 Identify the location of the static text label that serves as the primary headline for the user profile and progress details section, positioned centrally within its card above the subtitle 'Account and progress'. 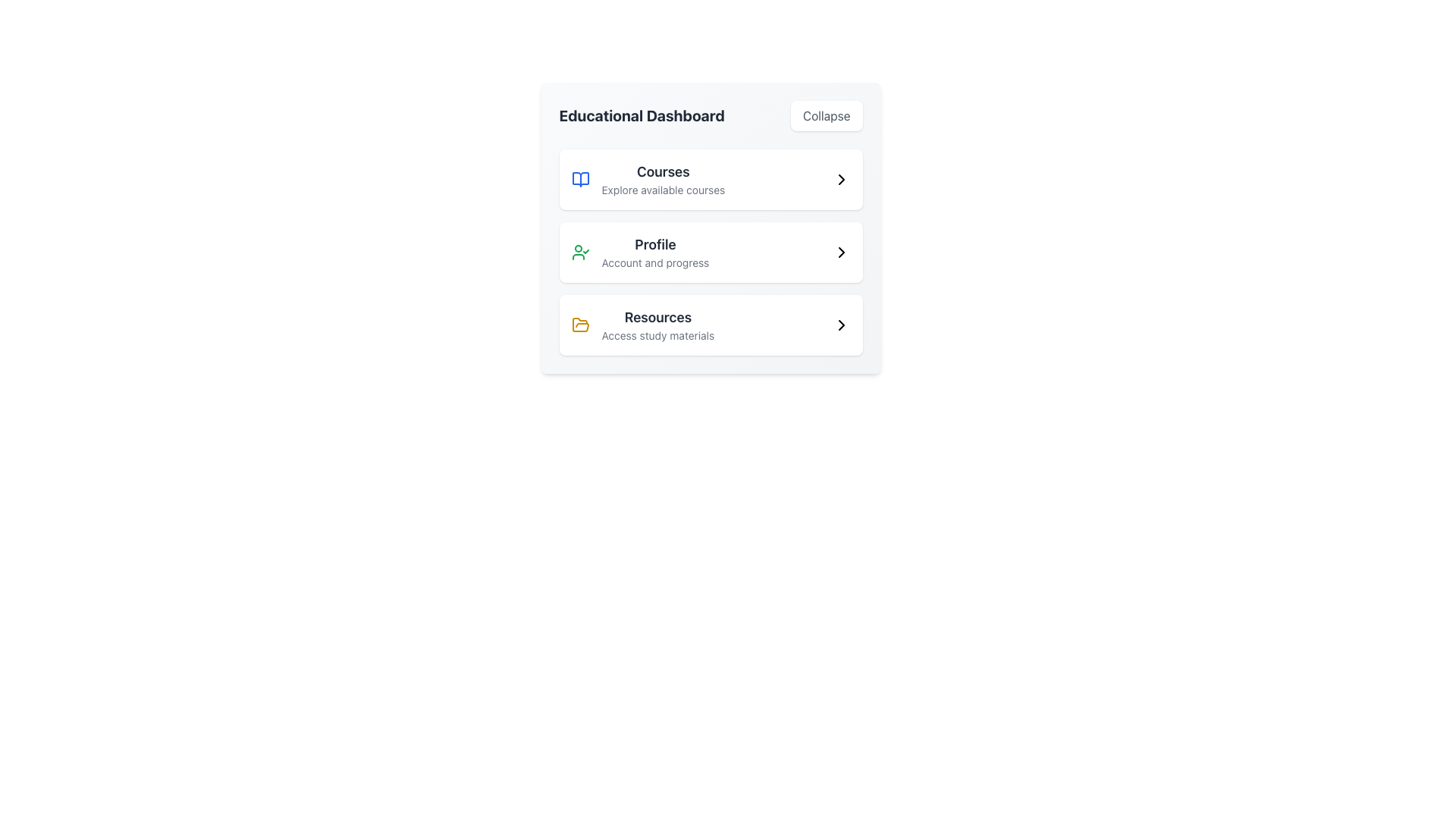
(655, 244).